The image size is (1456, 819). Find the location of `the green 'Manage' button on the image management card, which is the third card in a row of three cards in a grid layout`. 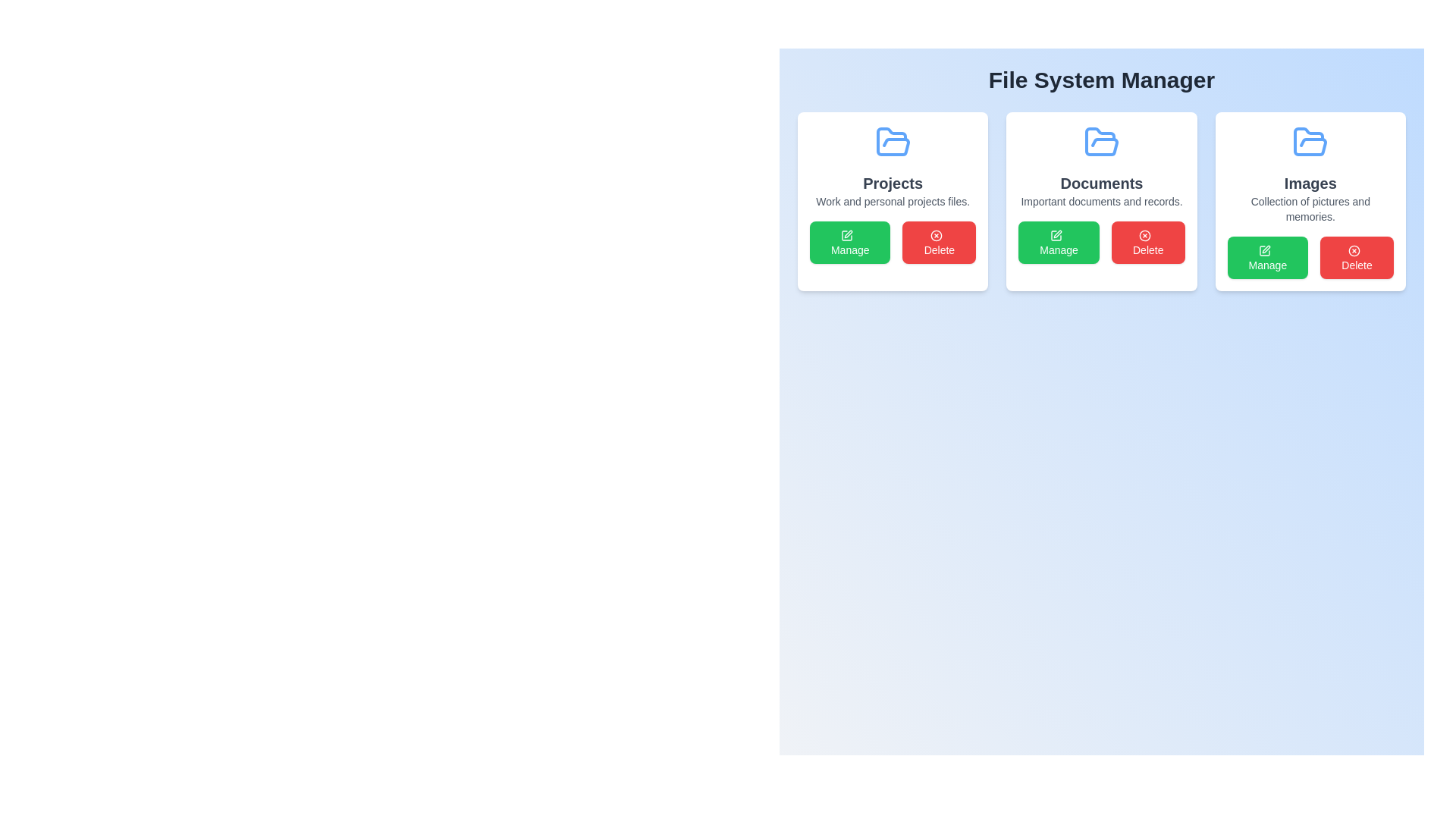

the green 'Manage' button on the image management card, which is the third card in a row of three cards in a grid layout is located at coordinates (1310, 201).